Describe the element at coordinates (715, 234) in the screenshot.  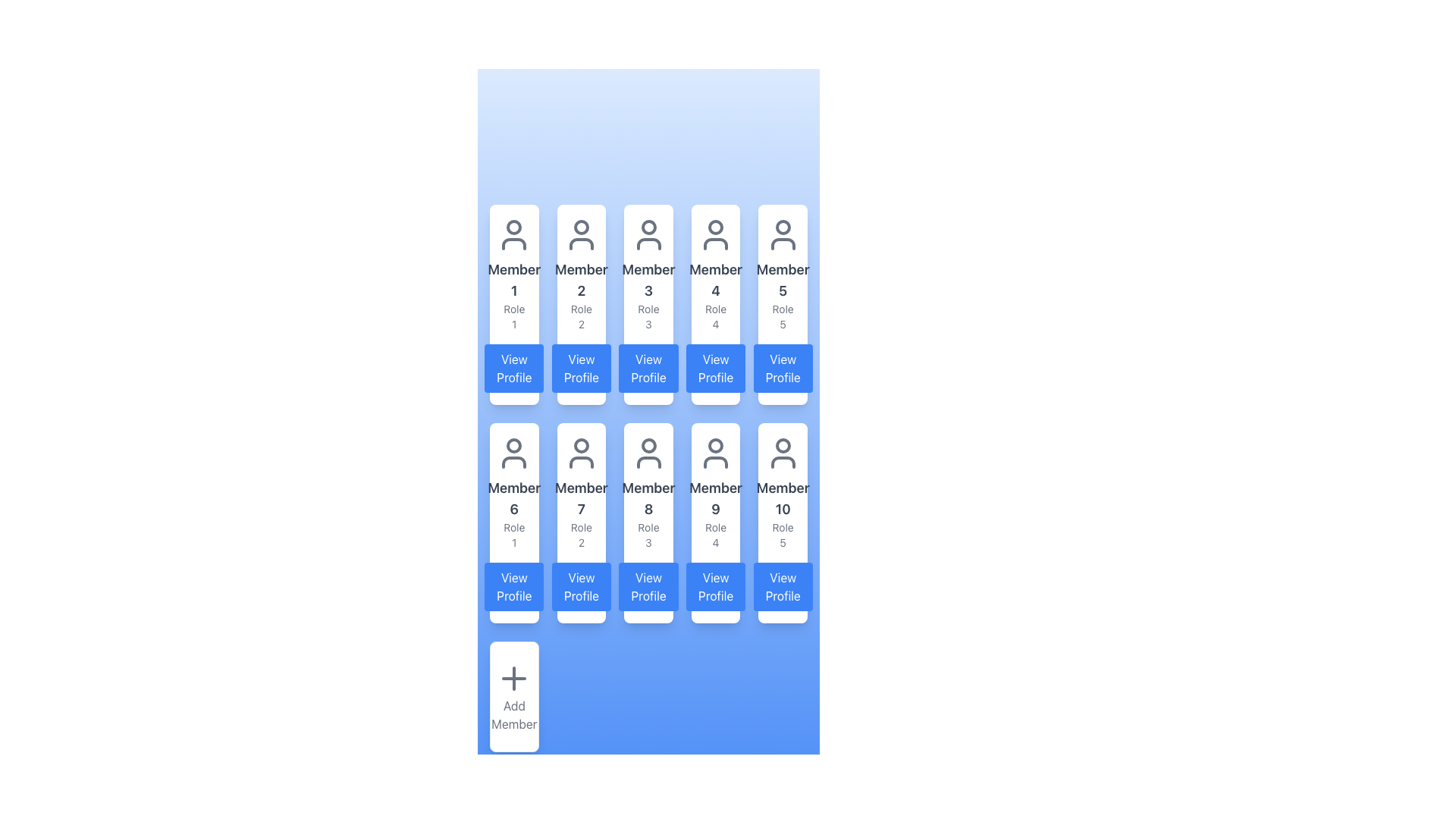
I see `the decorative graphic/icon representing 'Member 4' in the fourth card of the first row` at that location.